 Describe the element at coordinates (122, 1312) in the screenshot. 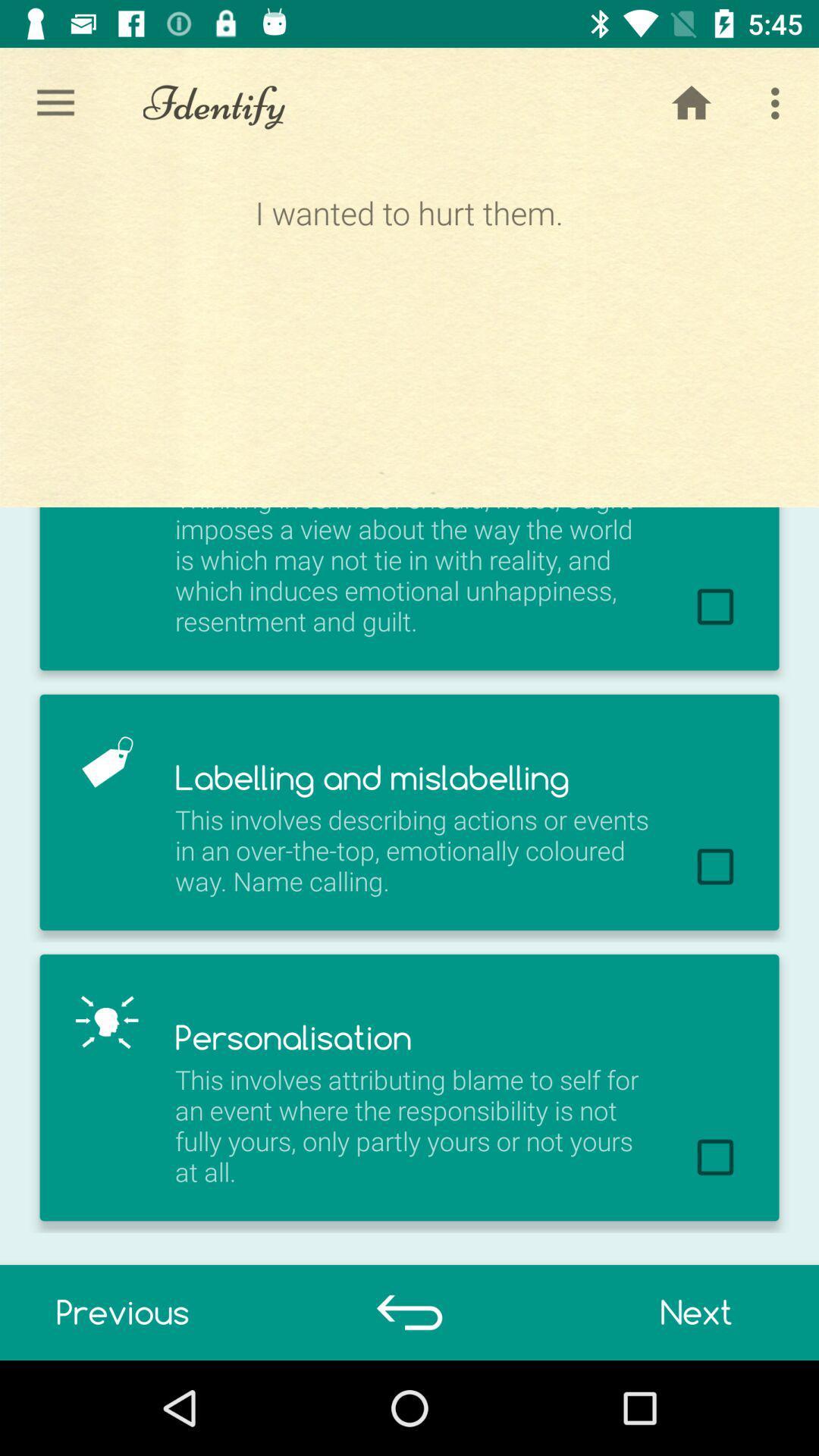

I see `the previous icon` at that location.